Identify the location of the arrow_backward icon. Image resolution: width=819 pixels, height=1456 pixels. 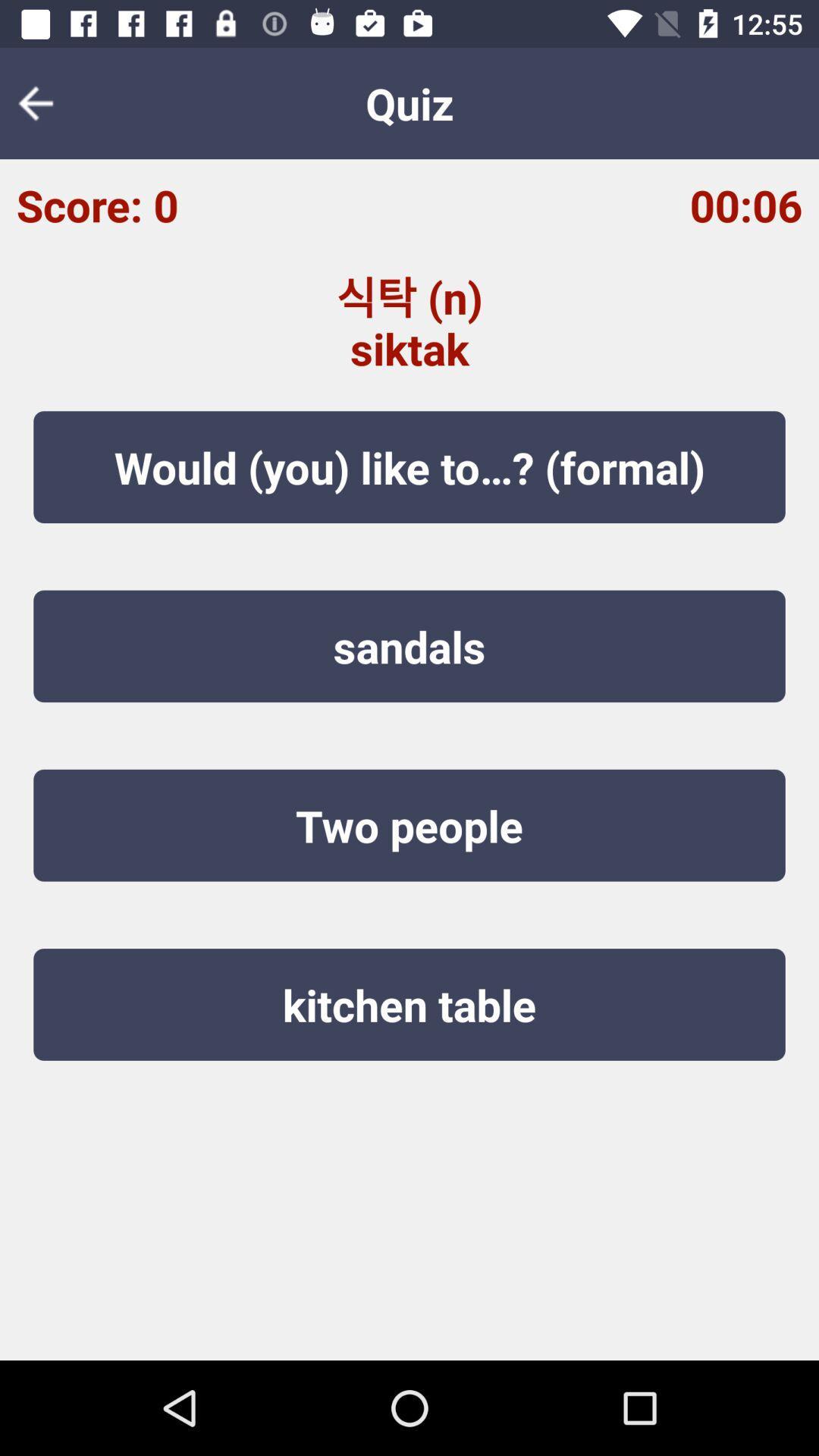
(45, 102).